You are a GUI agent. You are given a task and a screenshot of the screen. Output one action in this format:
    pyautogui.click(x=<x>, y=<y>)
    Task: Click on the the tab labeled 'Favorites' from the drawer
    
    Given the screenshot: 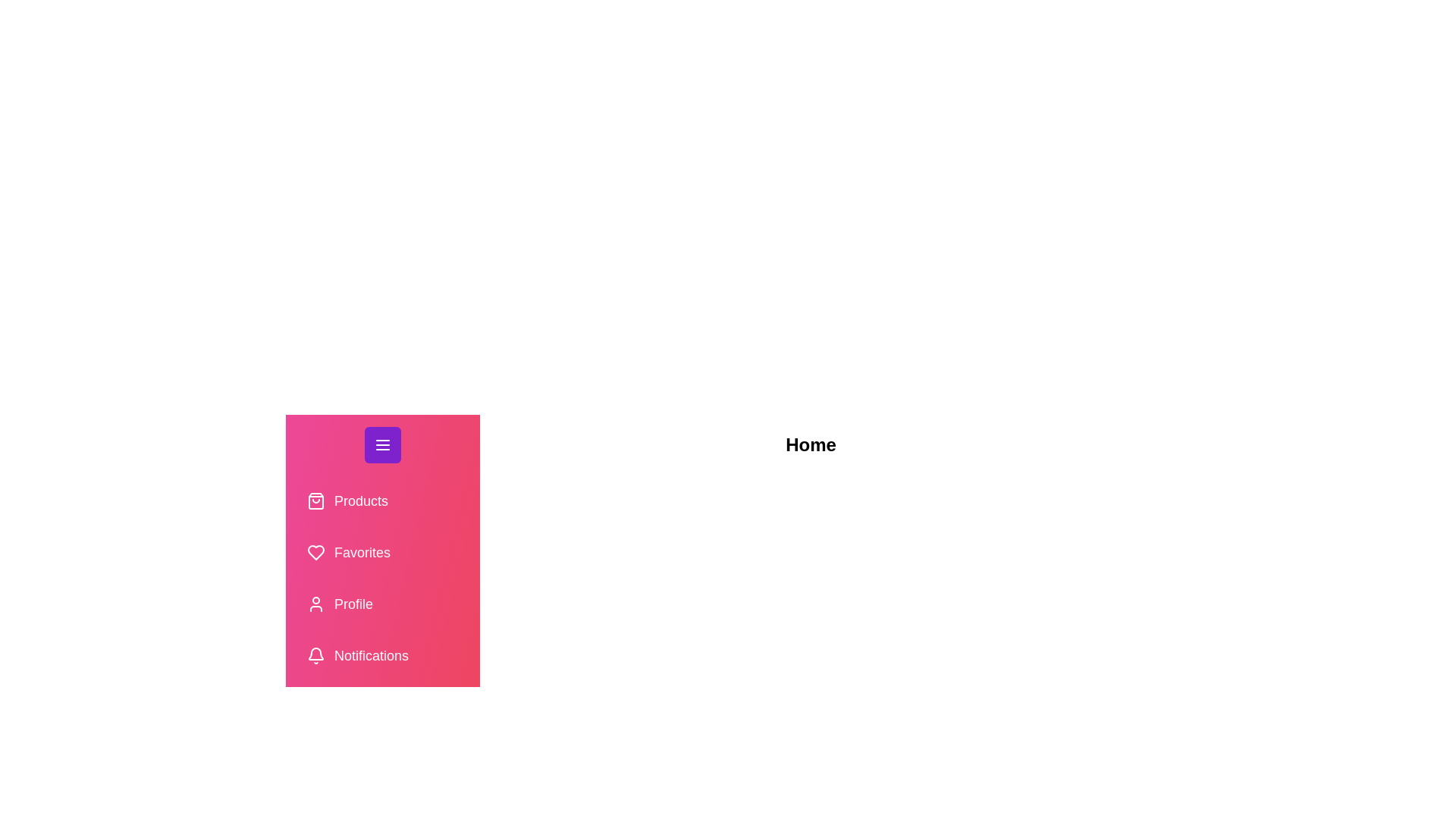 What is the action you would take?
    pyautogui.click(x=382, y=553)
    